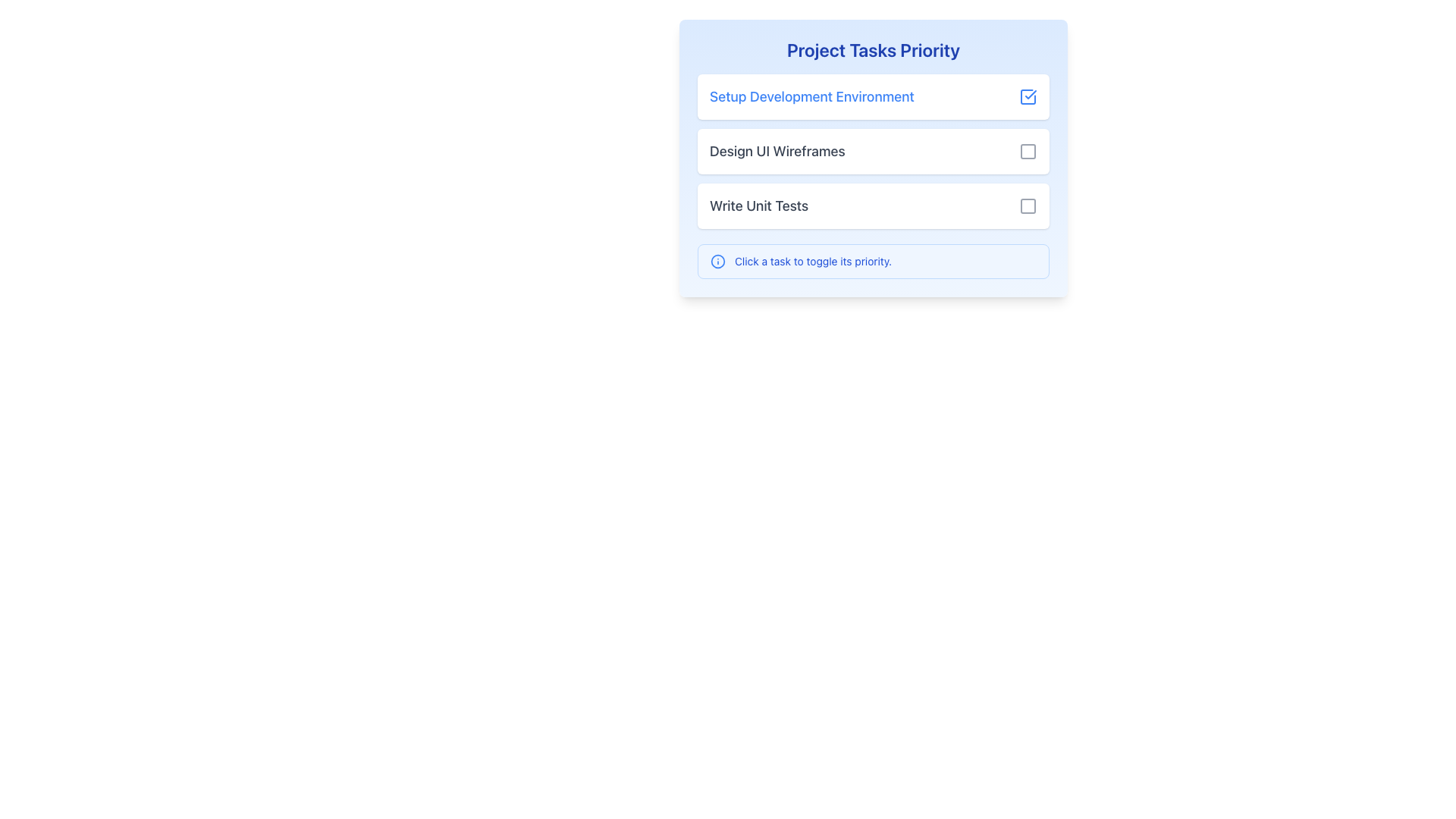  I want to click on the header text element located at the top of the light blue card UI component, which provides context for the tasks listed below, so click(874, 49).